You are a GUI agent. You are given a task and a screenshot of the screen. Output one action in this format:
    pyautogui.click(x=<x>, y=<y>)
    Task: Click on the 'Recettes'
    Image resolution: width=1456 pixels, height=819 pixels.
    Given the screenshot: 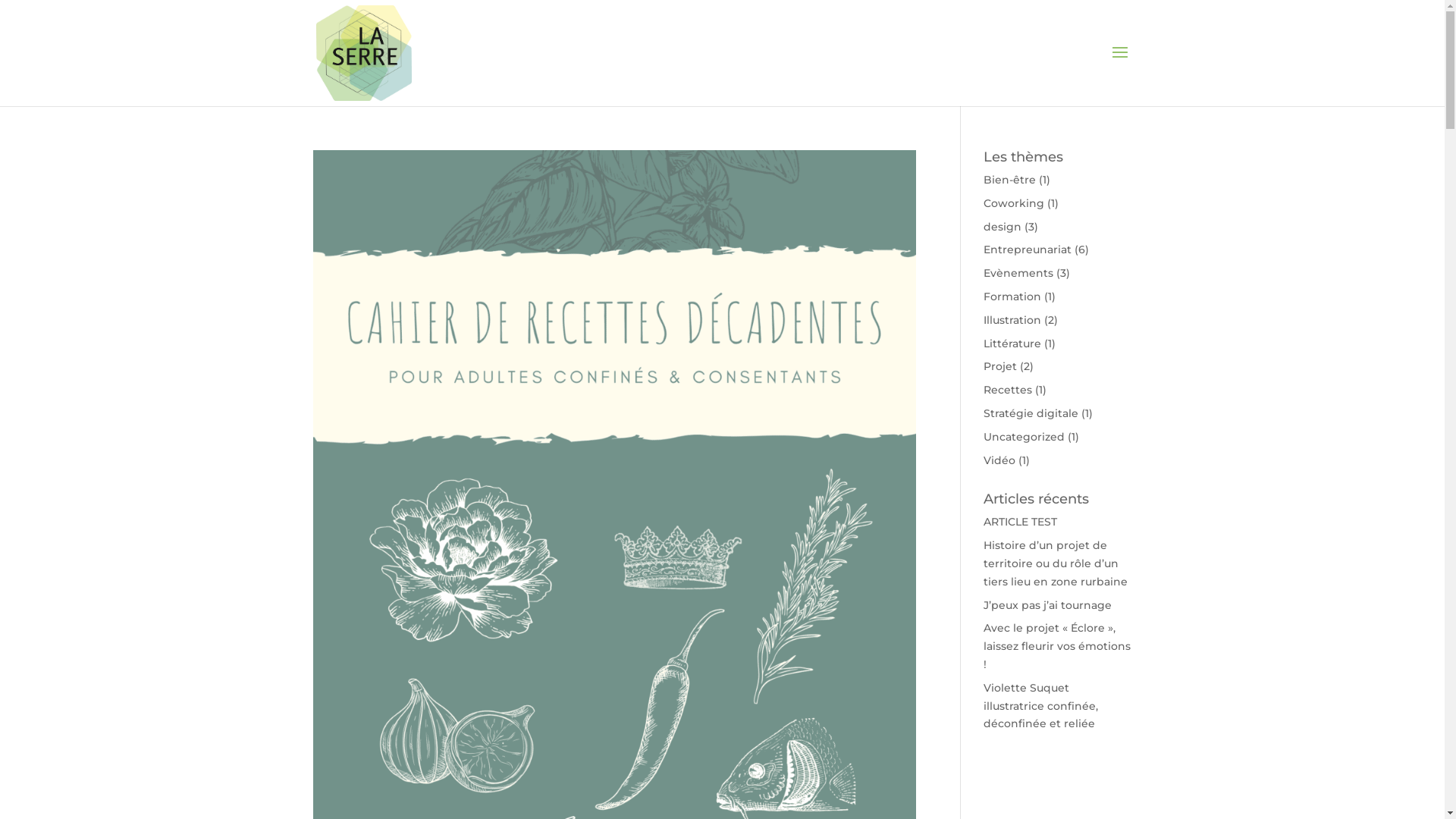 What is the action you would take?
    pyautogui.click(x=1008, y=388)
    